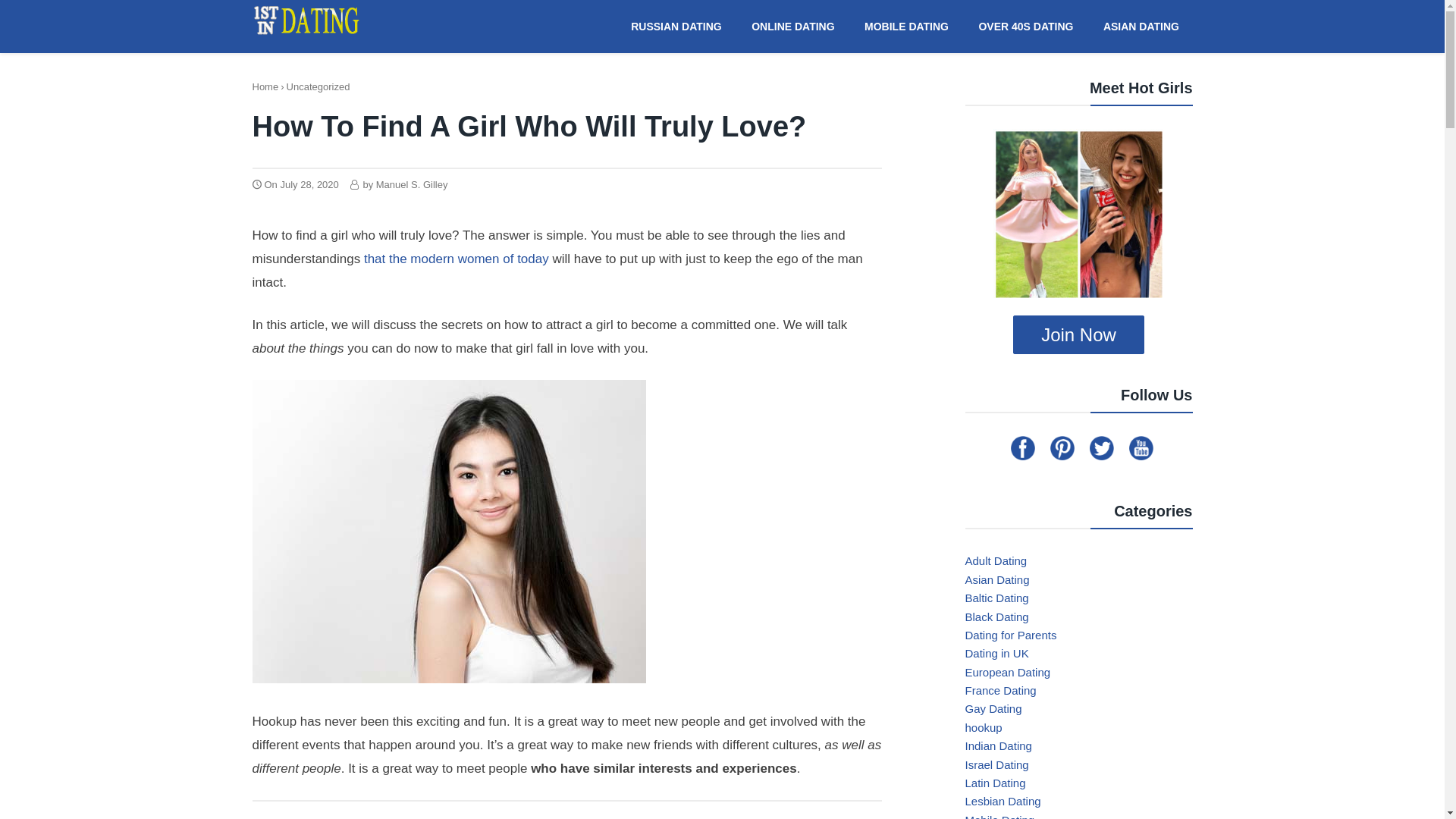 The image size is (1456, 819). I want to click on 'ONLINE DATING', so click(792, 25).